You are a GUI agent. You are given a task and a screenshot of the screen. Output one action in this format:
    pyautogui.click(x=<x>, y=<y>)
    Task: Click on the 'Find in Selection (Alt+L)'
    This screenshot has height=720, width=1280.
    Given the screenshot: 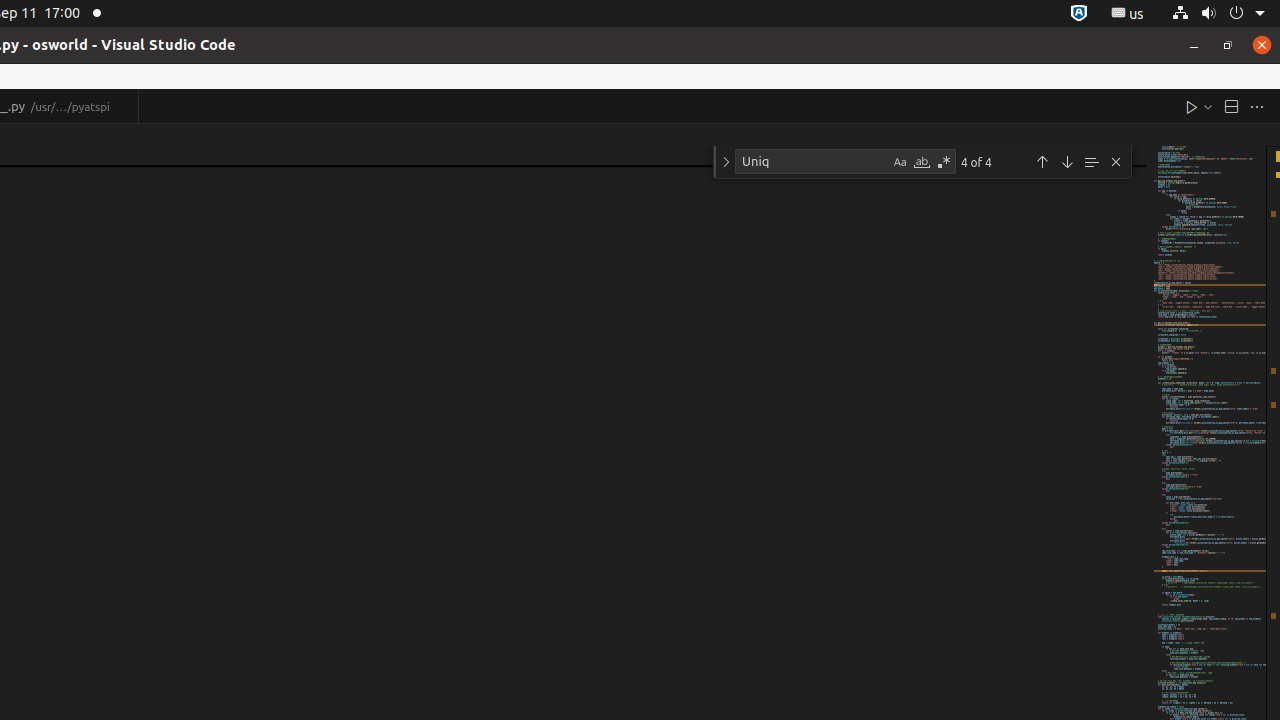 What is the action you would take?
    pyautogui.click(x=1089, y=160)
    